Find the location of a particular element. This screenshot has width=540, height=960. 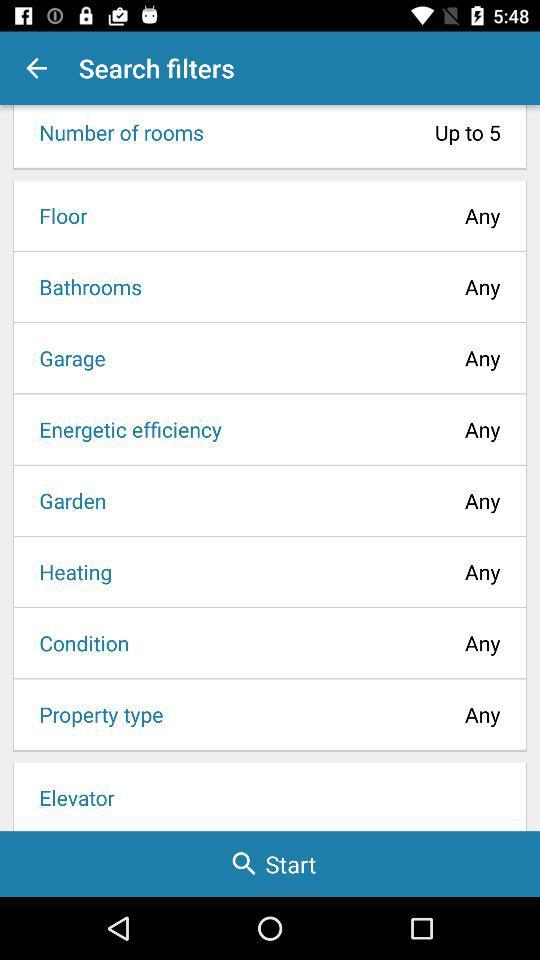

the icon to the left of the any item is located at coordinates (93, 714).